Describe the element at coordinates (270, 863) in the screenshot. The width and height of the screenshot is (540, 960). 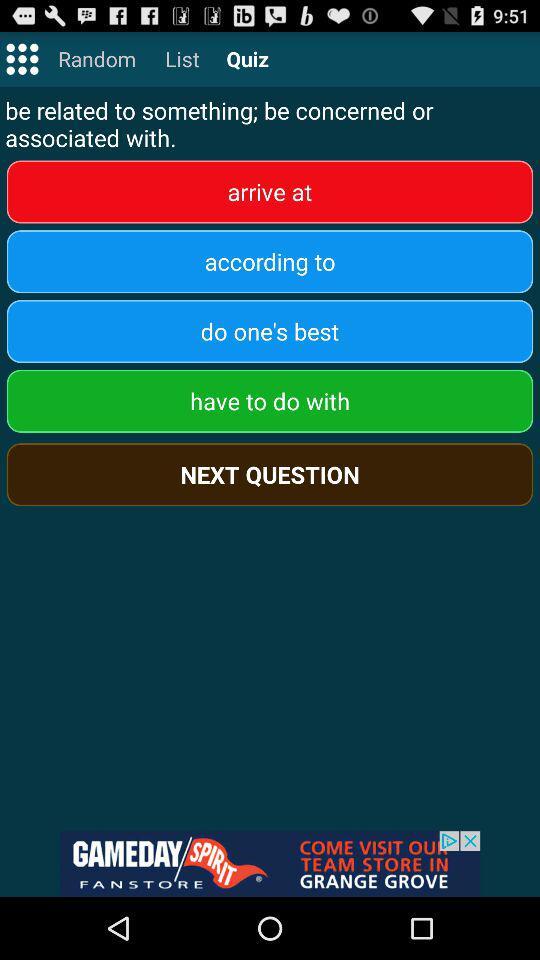
I see `advertisement` at that location.